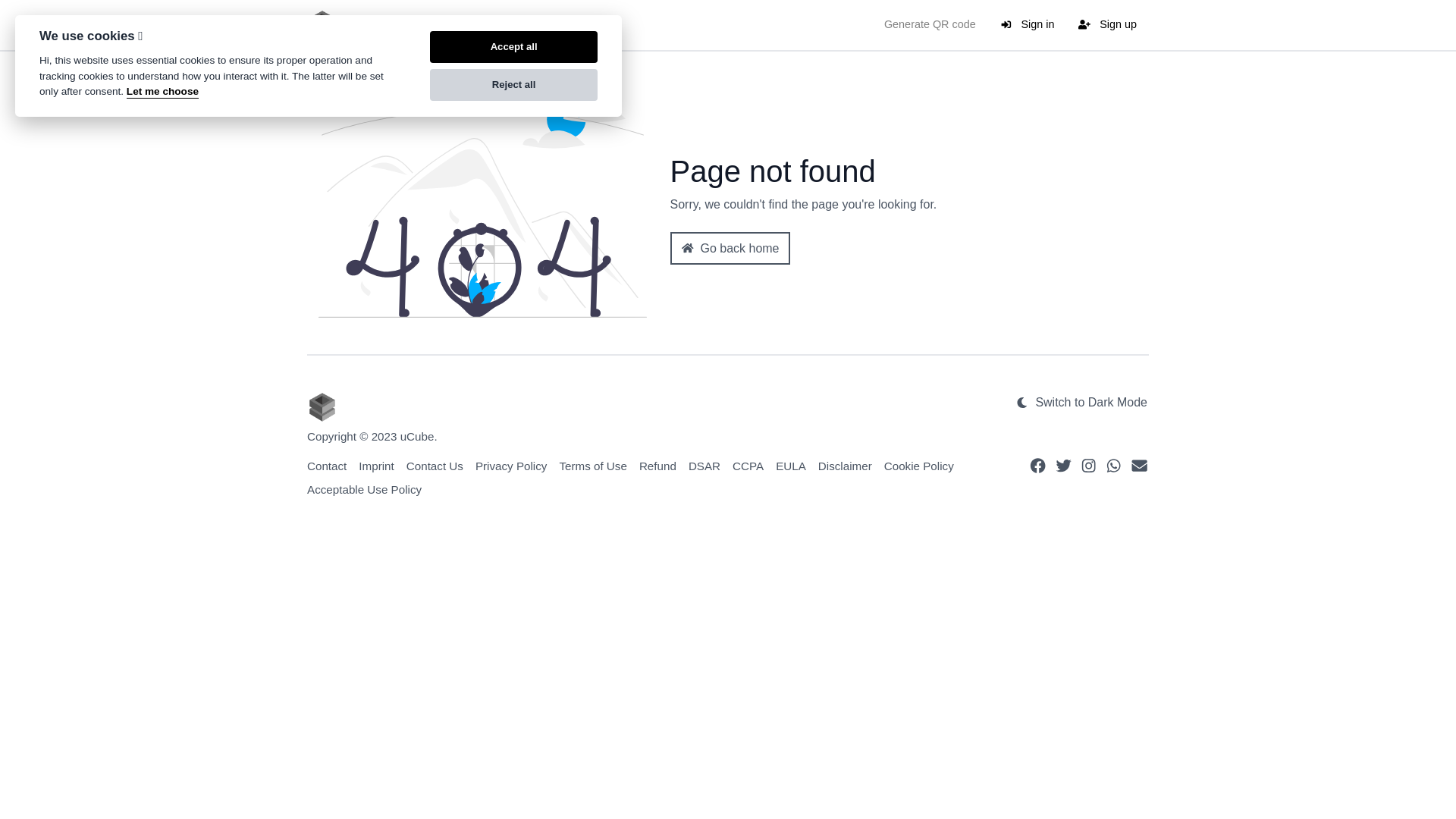  I want to click on 'Generate QR code', so click(929, 25).